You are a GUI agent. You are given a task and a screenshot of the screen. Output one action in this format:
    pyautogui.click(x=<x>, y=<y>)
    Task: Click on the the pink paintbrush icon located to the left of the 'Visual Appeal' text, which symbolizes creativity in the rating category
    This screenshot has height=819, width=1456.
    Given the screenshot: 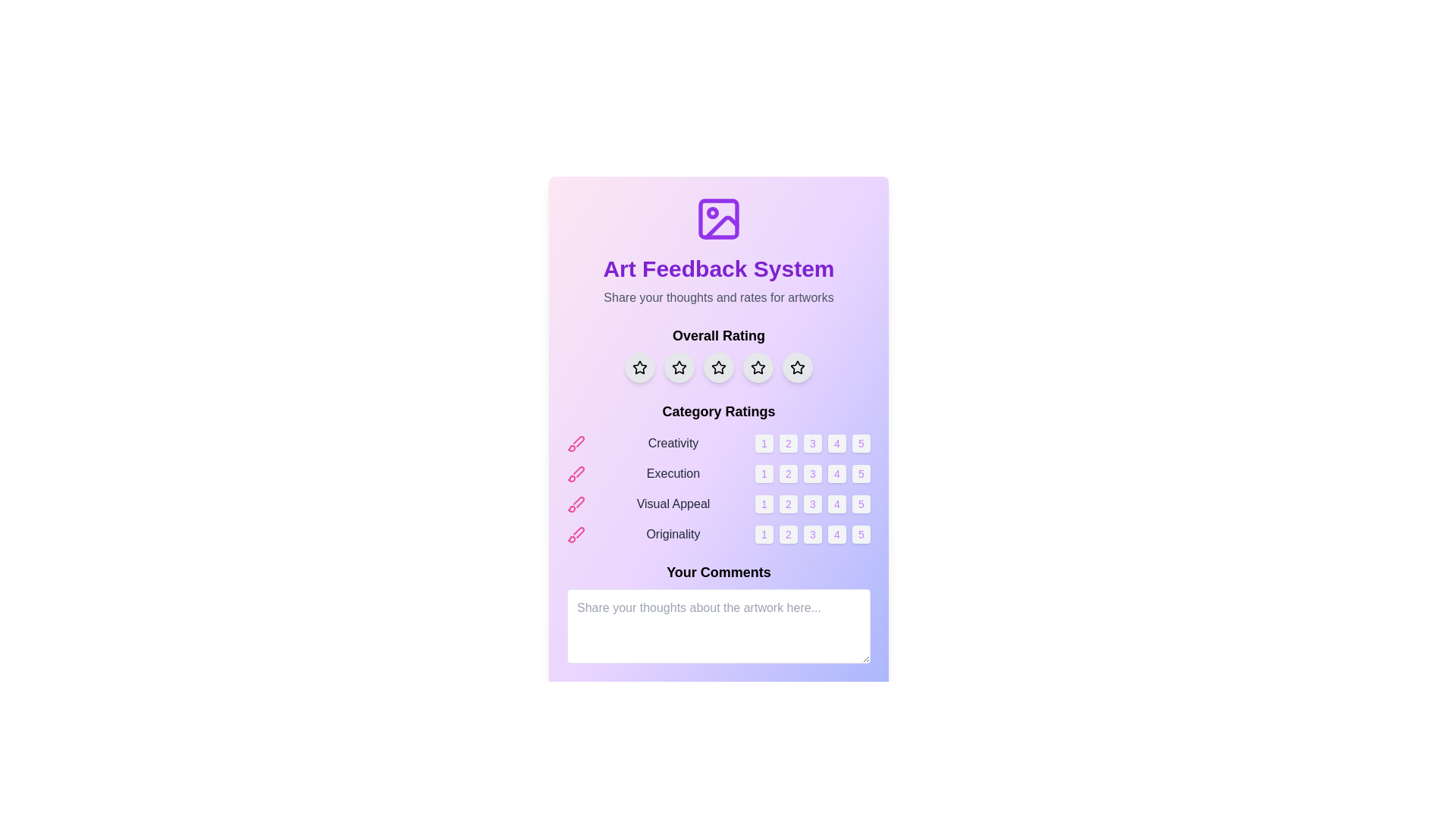 What is the action you would take?
    pyautogui.click(x=575, y=504)
    